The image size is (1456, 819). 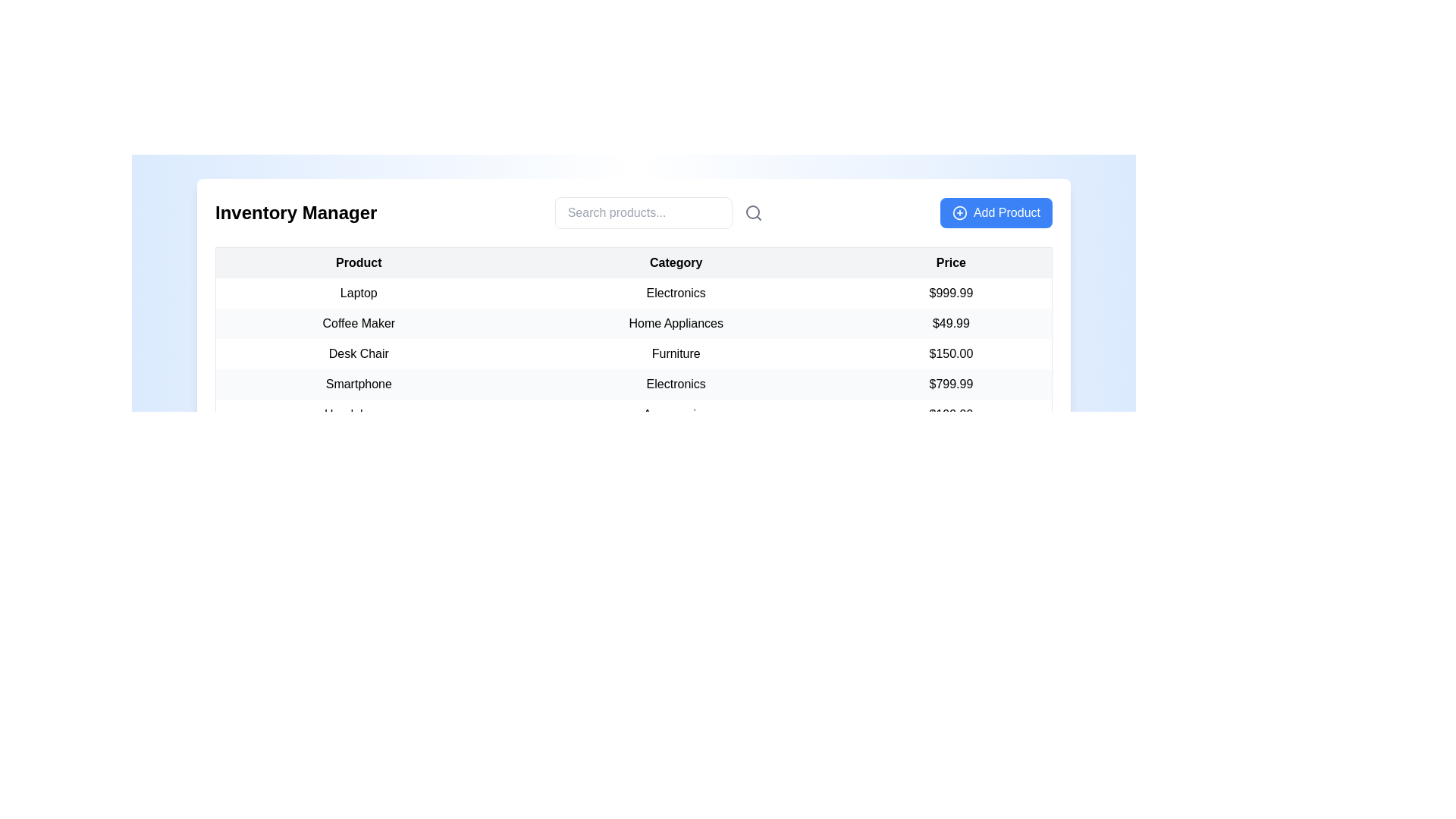 What do you see at coordinates (358, 353) in the screenshot?
I see `the 'Desk Chair' text label in the third row of the table under the 'Product' header` at bounding box center [358, 353].